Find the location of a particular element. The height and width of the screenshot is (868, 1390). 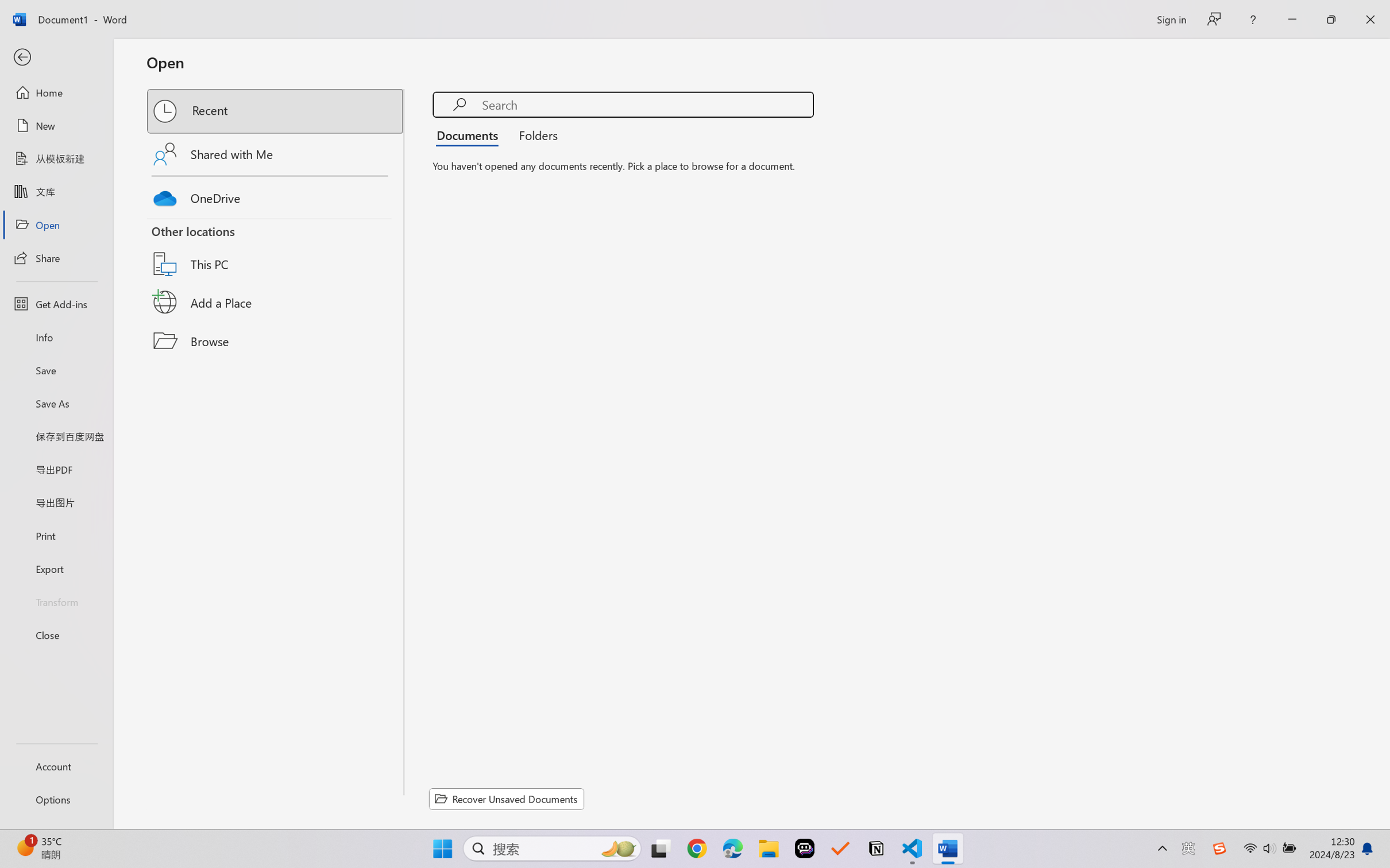

'Documents' is located at coordinates (470, 134).